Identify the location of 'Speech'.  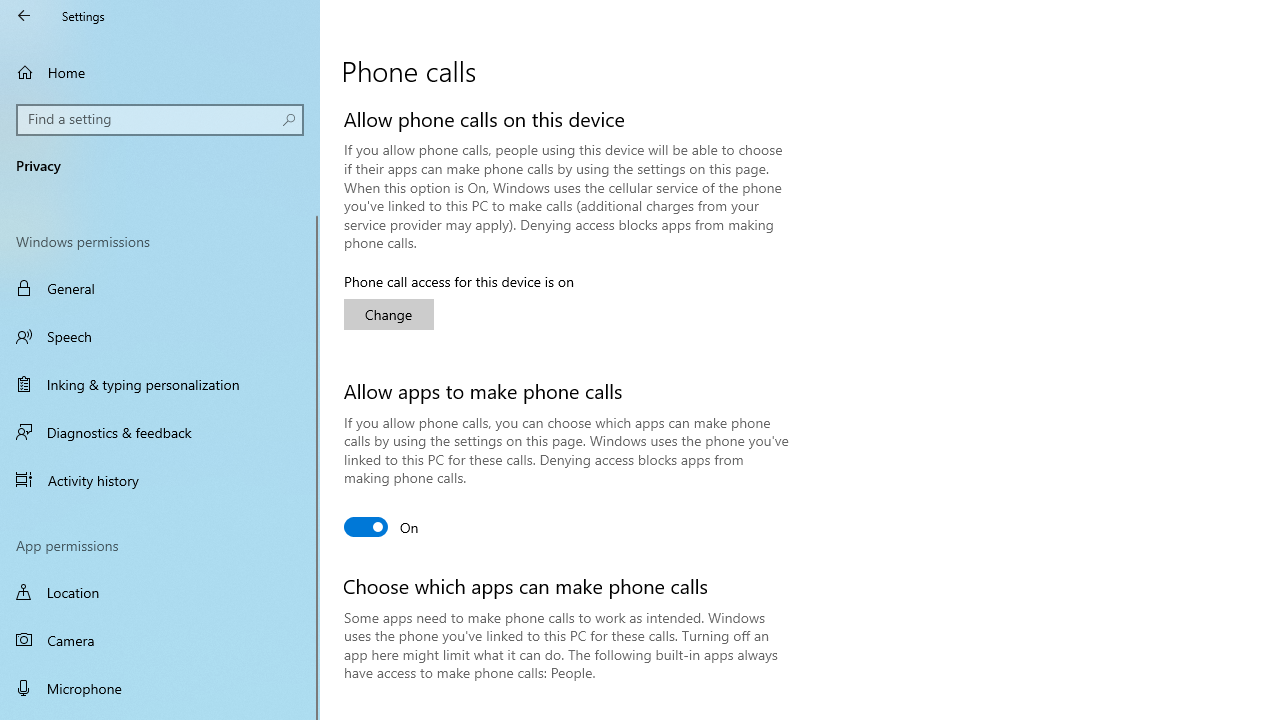
(160, 334).